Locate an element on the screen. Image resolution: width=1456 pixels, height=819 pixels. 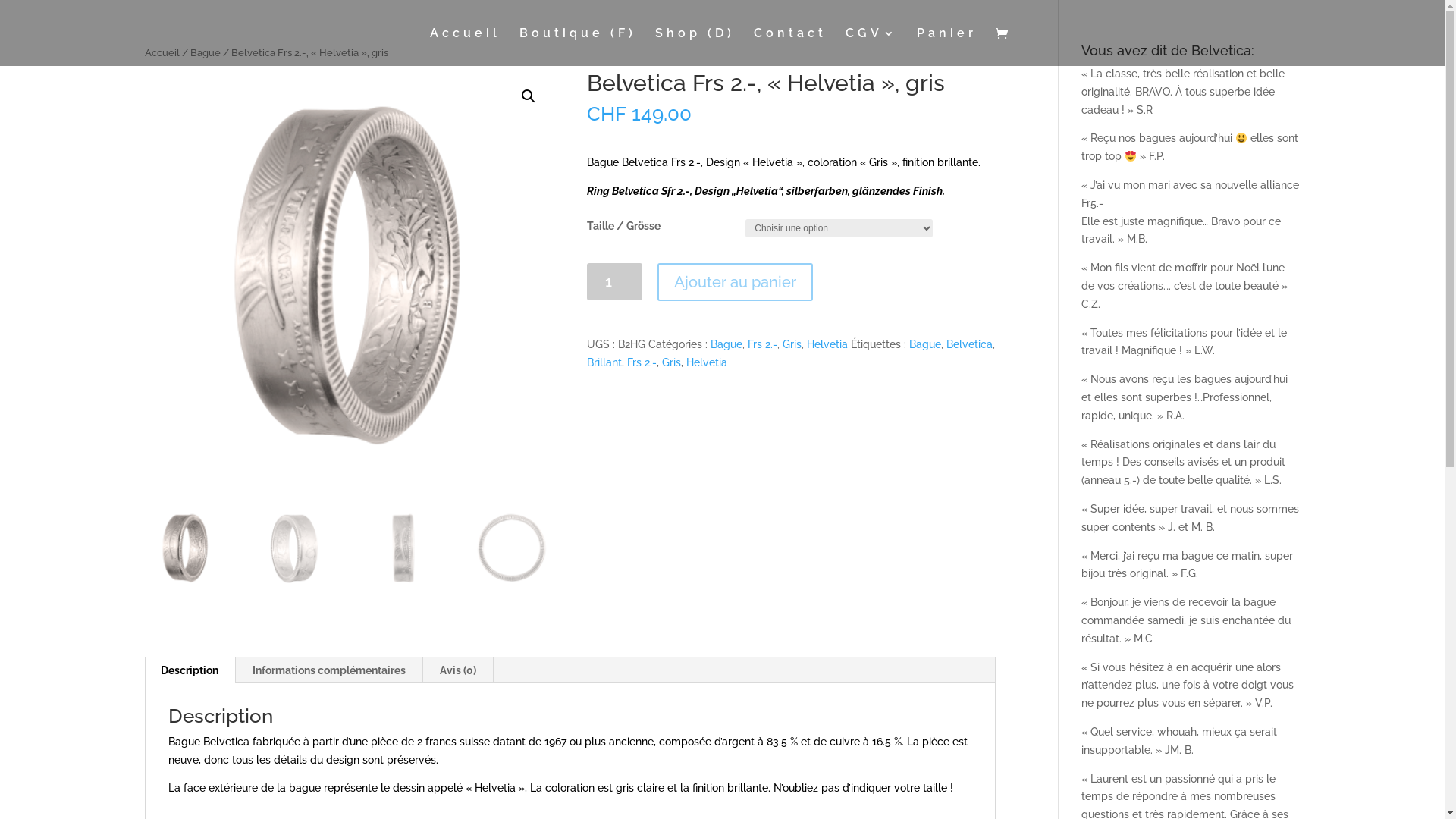
'Shop (D)' is located at coordinates (655, 45).